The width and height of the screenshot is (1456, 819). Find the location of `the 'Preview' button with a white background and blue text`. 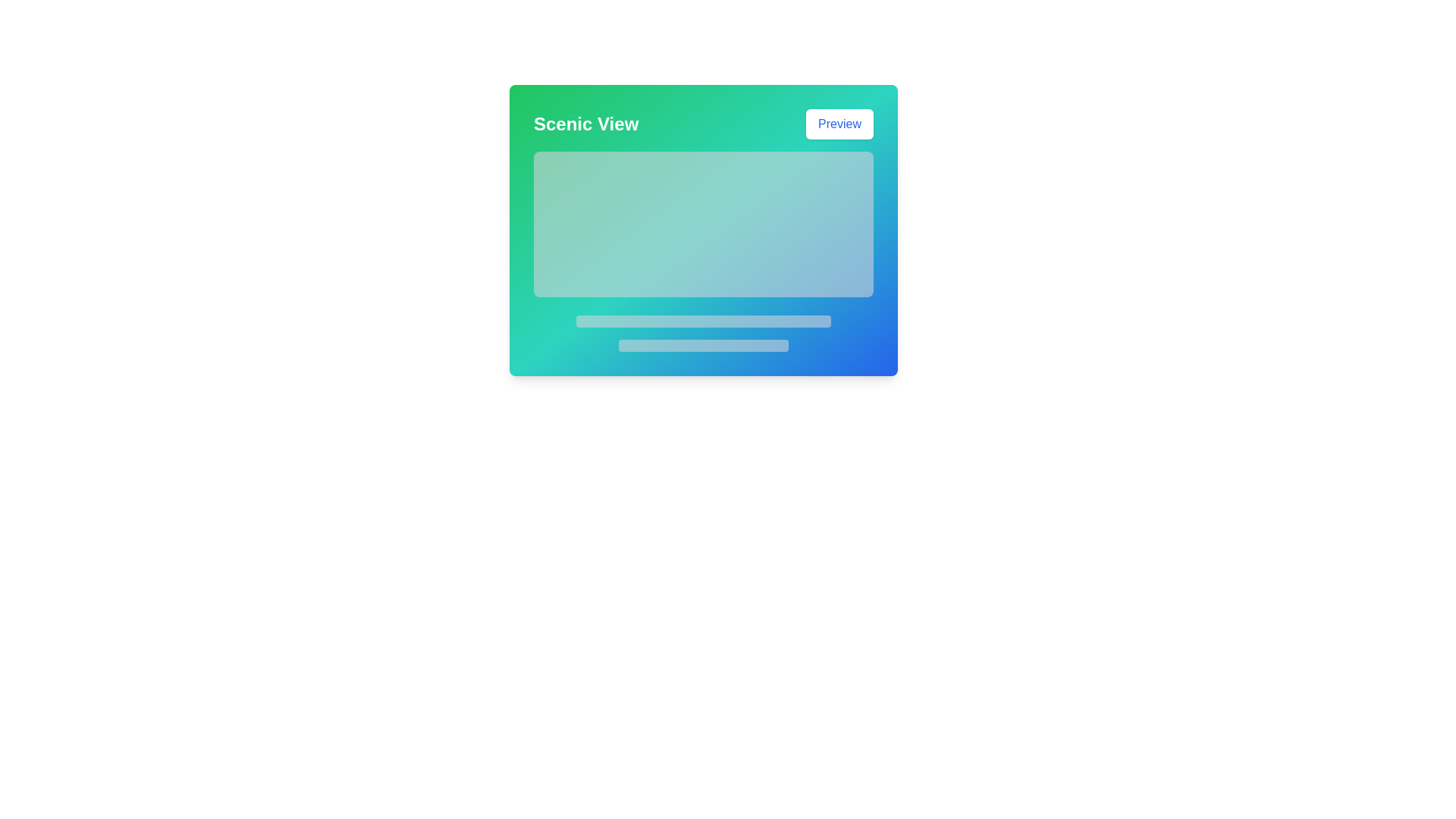

the 'Preview' button with a white background and blue text is located at coordinates (839, 124).